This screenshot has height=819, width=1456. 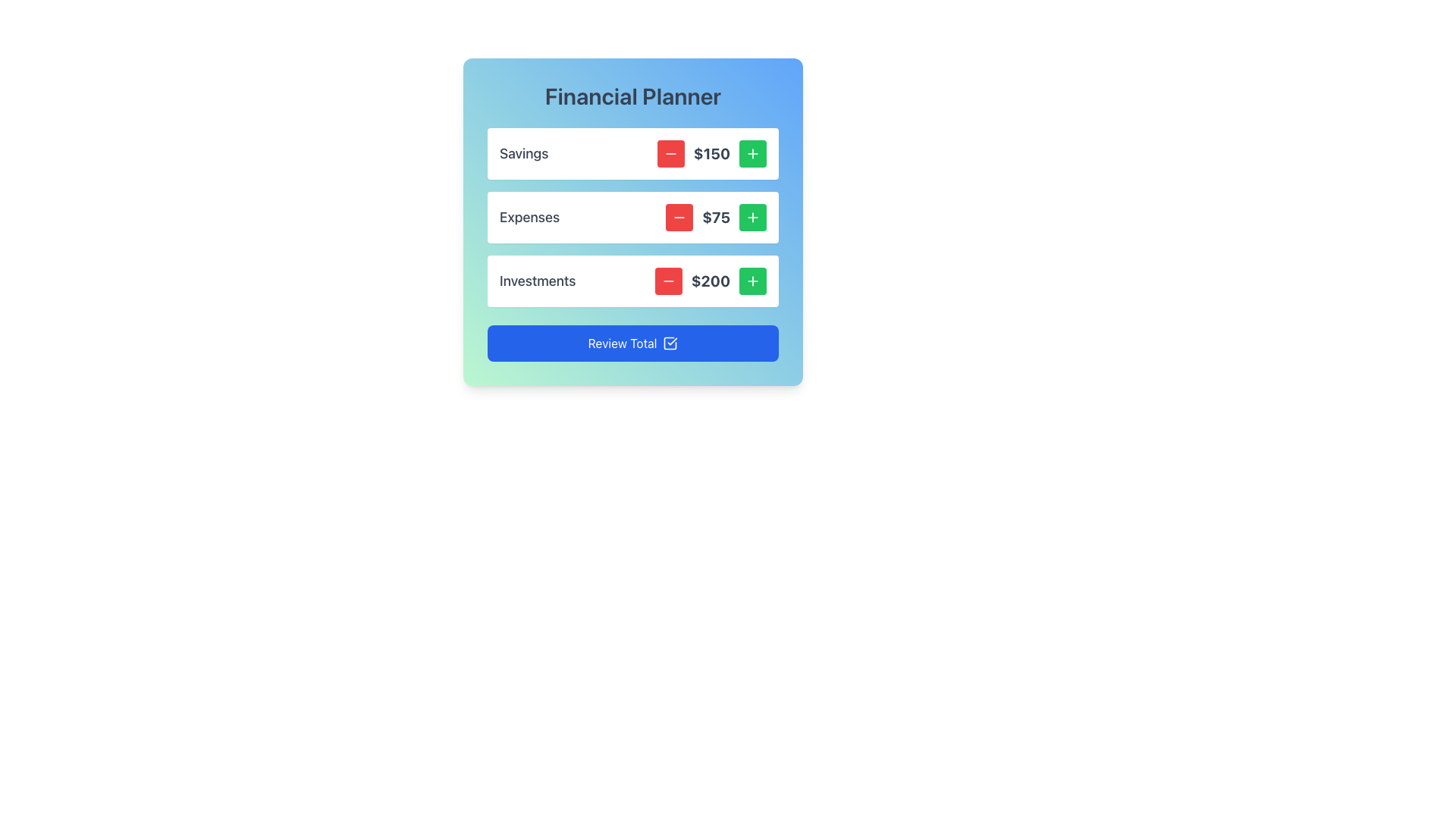 I want to click on the green square button with a white plus symbol next to the '$150' text in the 'Savings' row of the 'Financial Planner' card, so click(x=753, y=154).